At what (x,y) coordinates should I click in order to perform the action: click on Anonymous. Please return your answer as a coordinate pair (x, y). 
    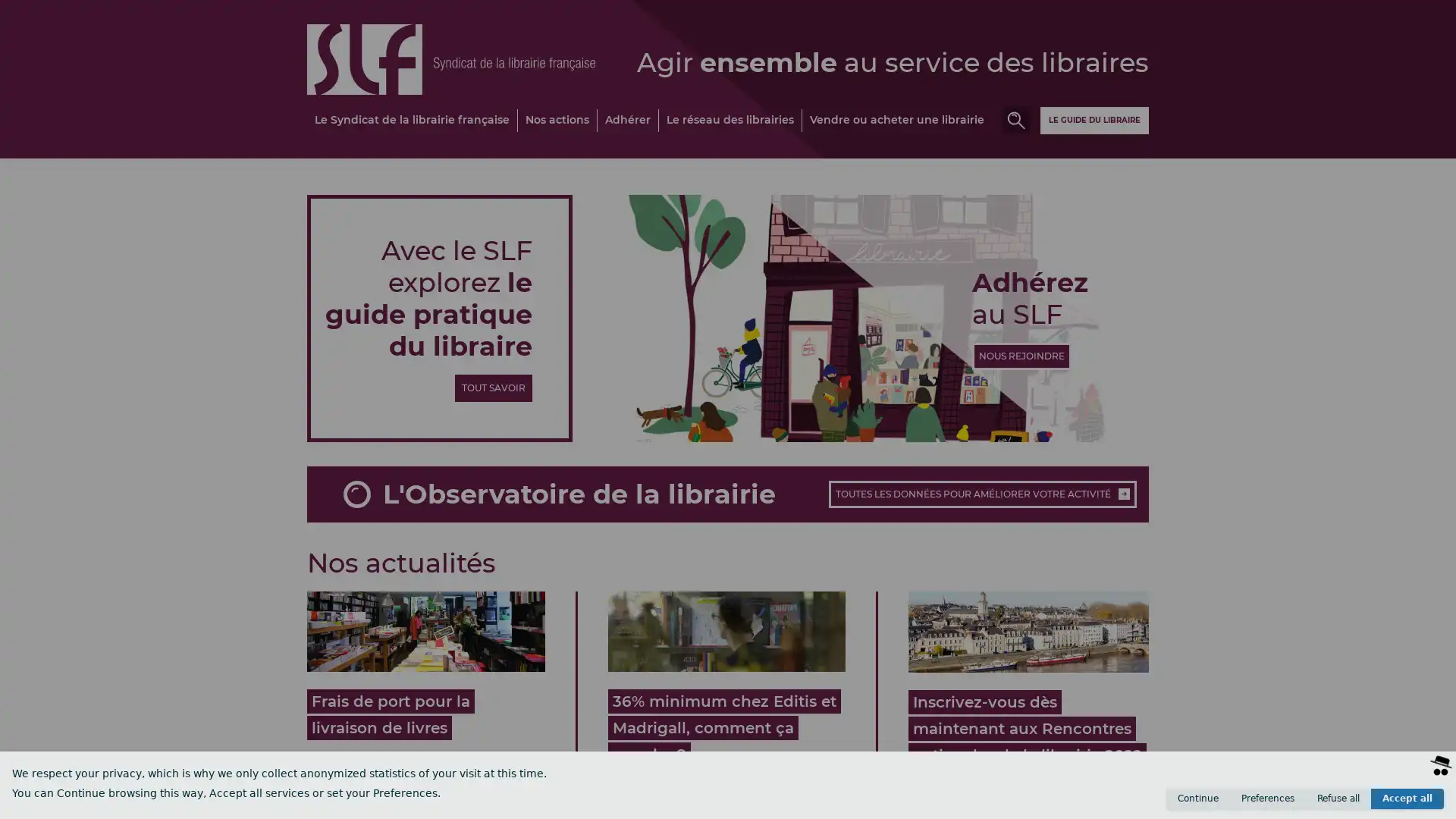
    Looking at the image, I should click on (1297, 803).